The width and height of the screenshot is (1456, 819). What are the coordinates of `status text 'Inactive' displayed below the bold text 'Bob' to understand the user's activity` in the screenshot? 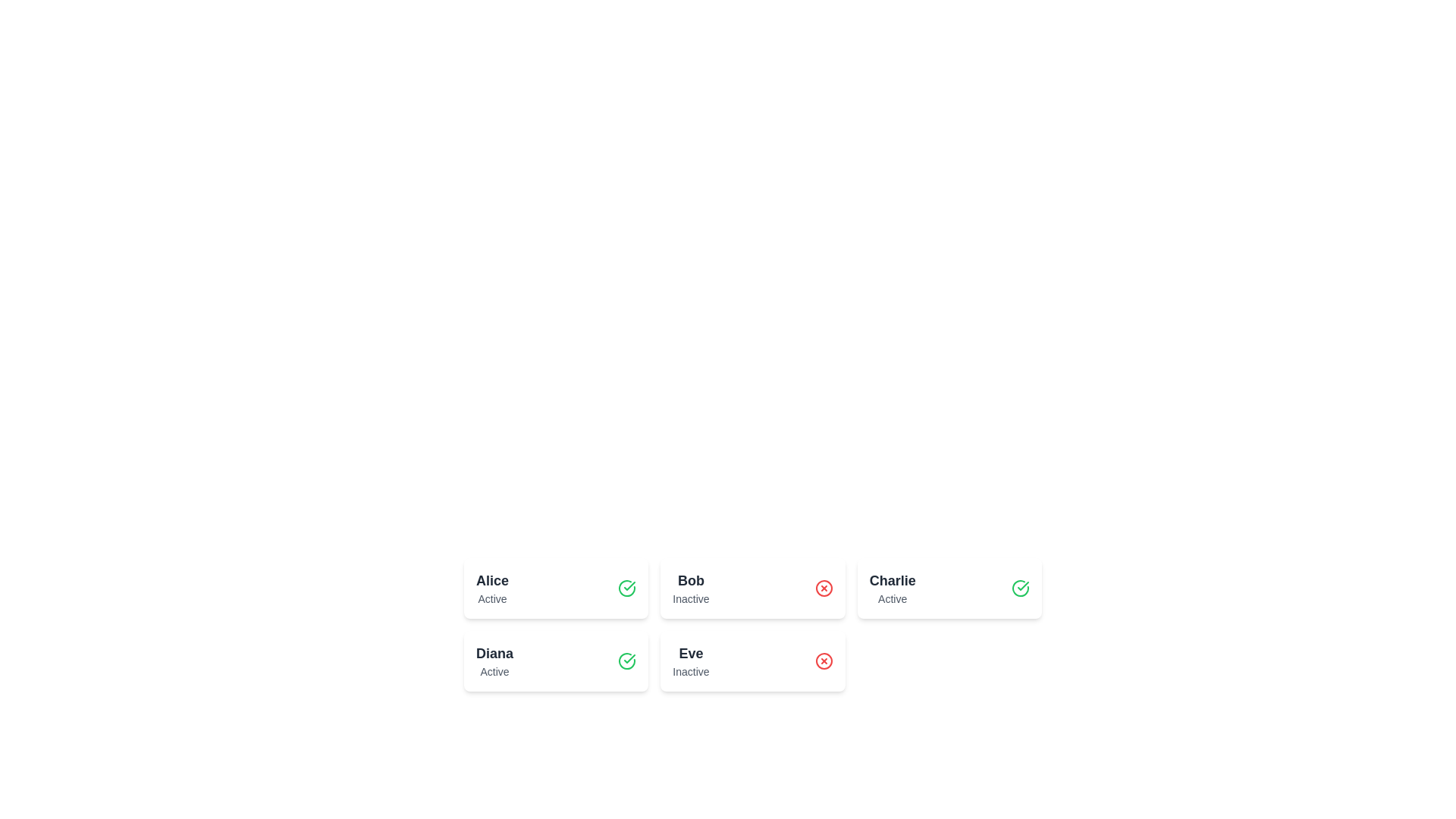 It's located at (690, 598).